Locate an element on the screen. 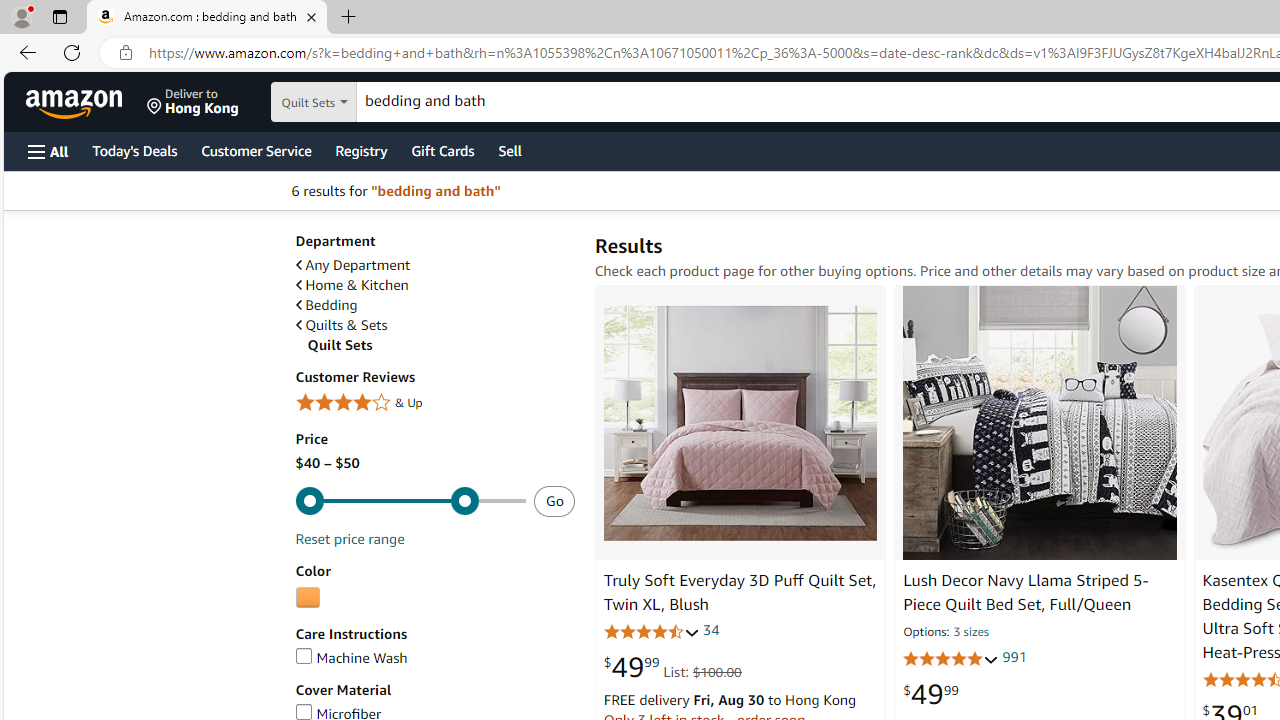 This screenshot has width=1280, height=720. 'Maximum' is located at coordinates (409, 500).